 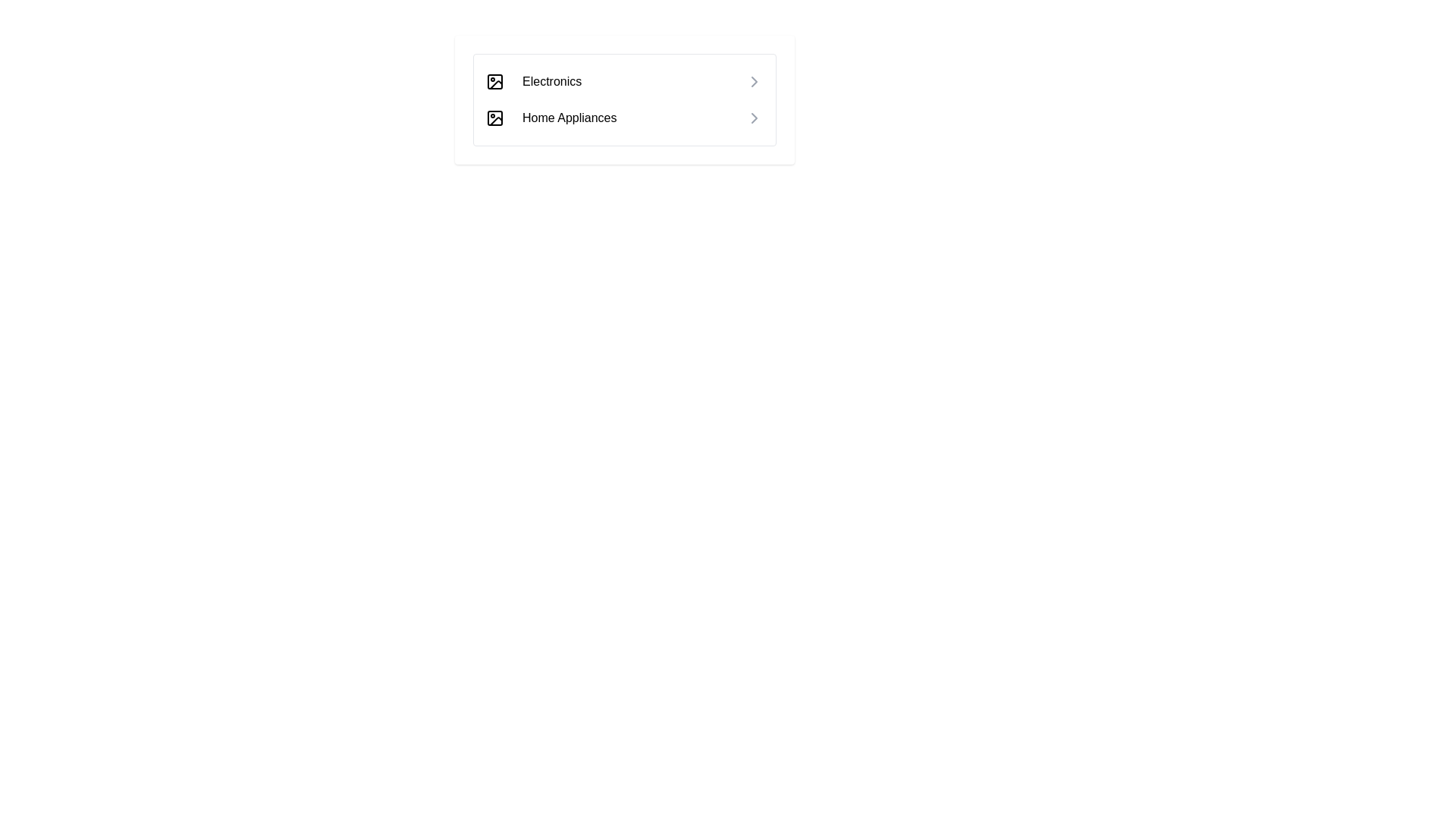 I want to click on the navigation link for 'Home Appliances' located as the second item in the vertical list, positioned below 'Electronics', so click(x=625, y=117).